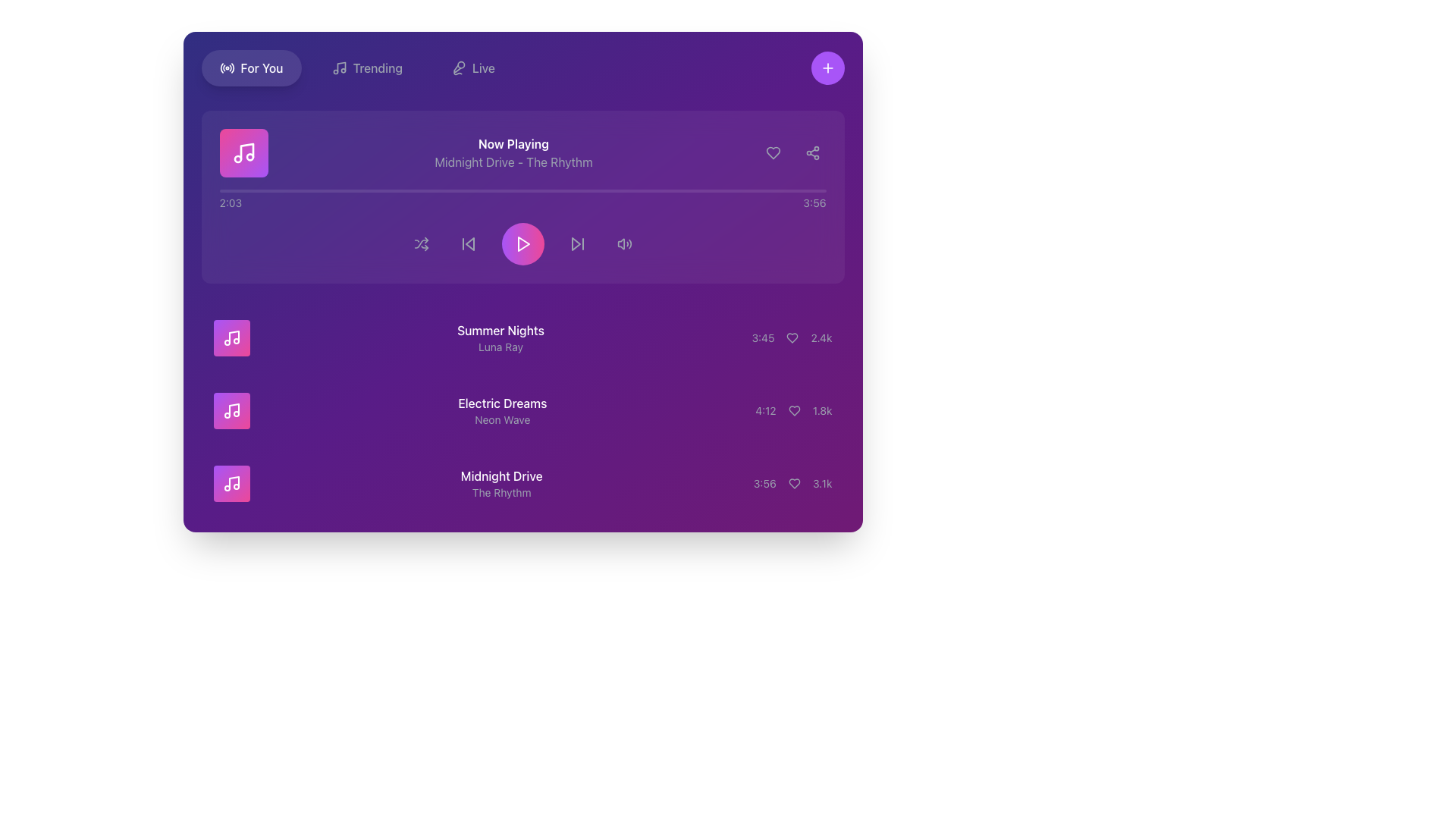  I want to click on keyboard focus, so click(624, 243).